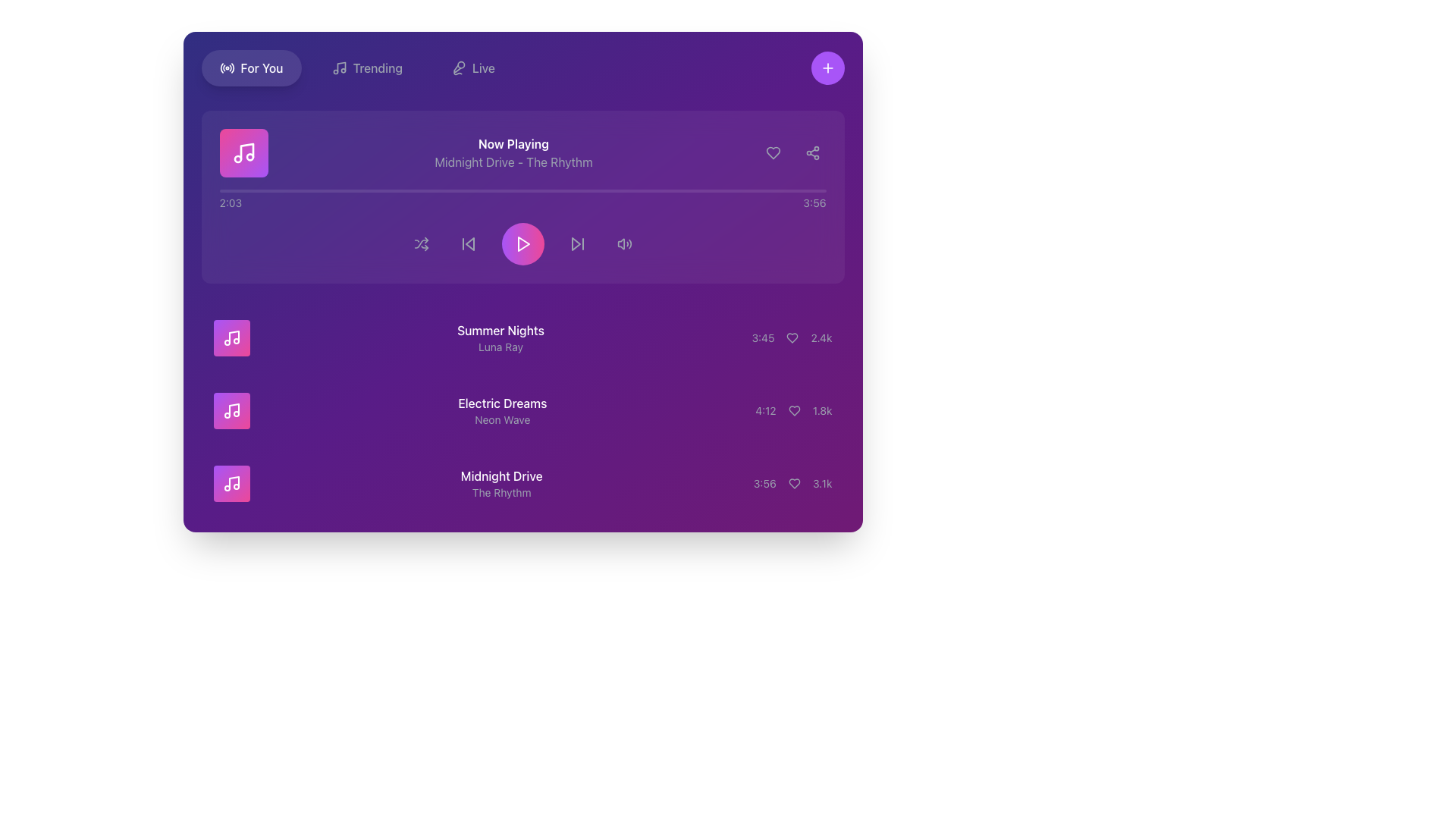  I want to click on keyboard focus, so click(624, 243).